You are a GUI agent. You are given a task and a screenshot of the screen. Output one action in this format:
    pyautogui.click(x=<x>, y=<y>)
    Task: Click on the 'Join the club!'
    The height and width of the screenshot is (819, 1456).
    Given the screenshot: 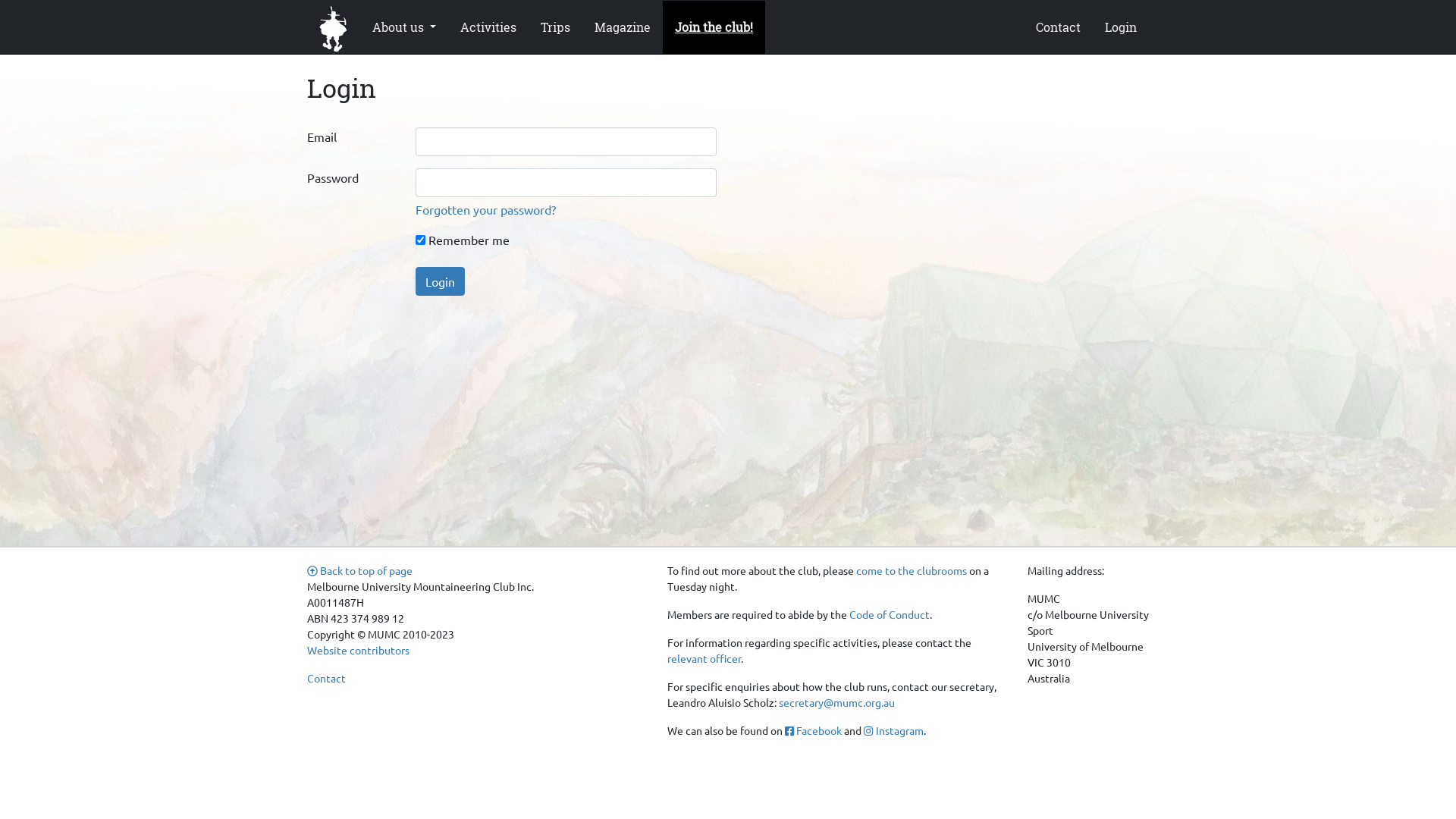 What is the action you would take?
    pyautogui.click(x=713, y=26)
    